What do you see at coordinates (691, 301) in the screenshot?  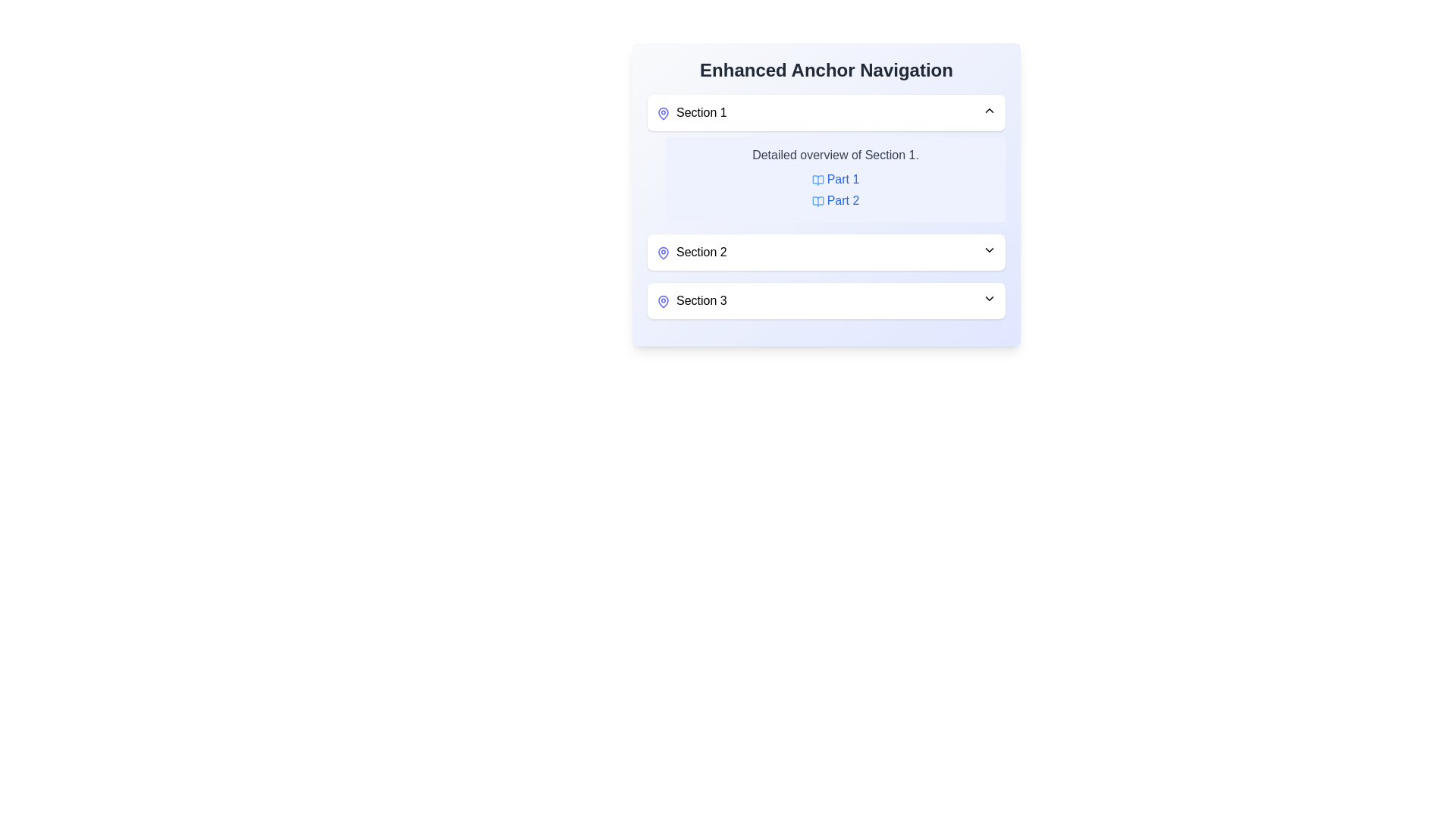 I see `the text label 'Section 3' with a blue pin icon` at bounding box center [691, 301].